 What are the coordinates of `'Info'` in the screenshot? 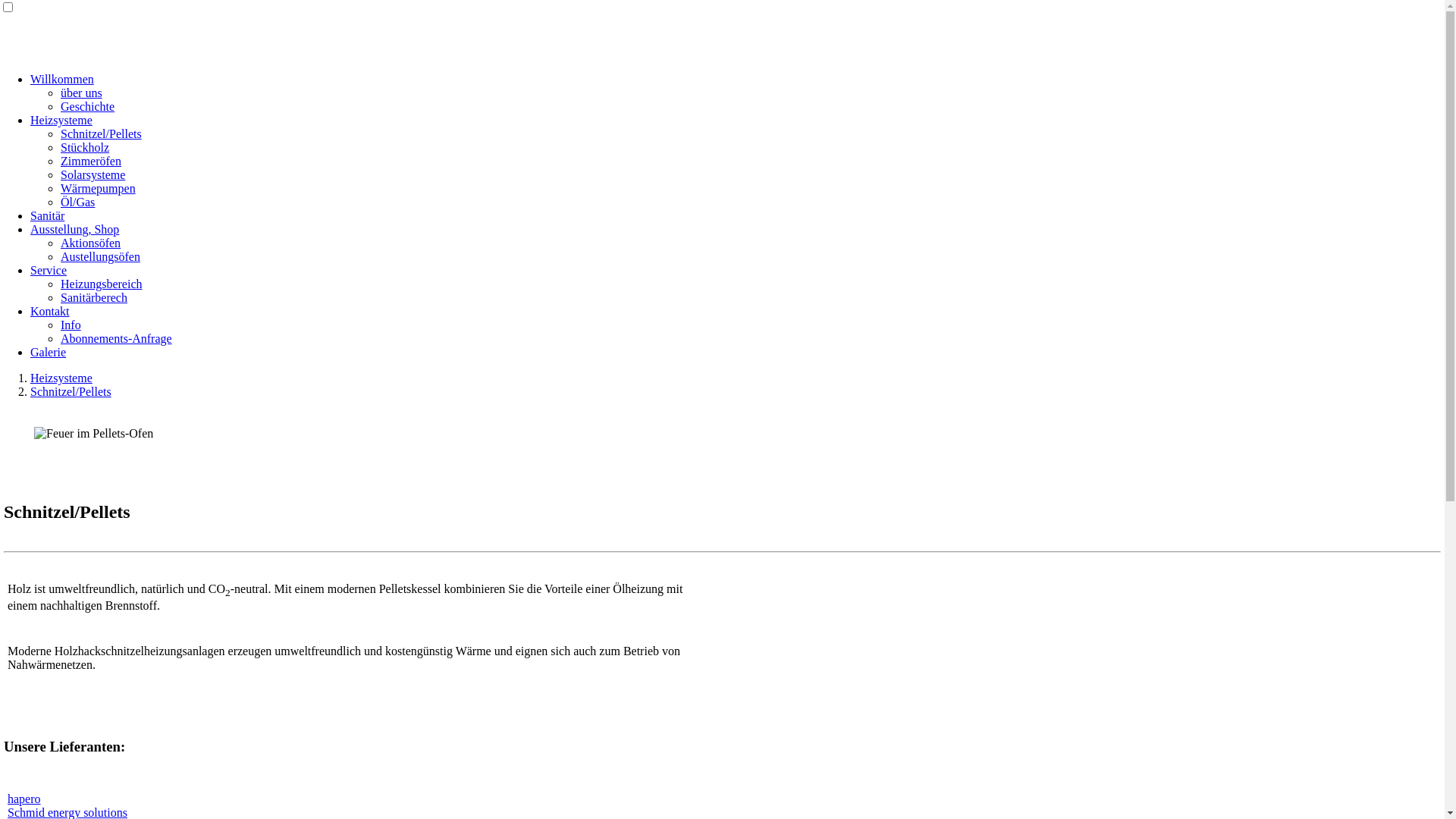 It's located at (70, 324).